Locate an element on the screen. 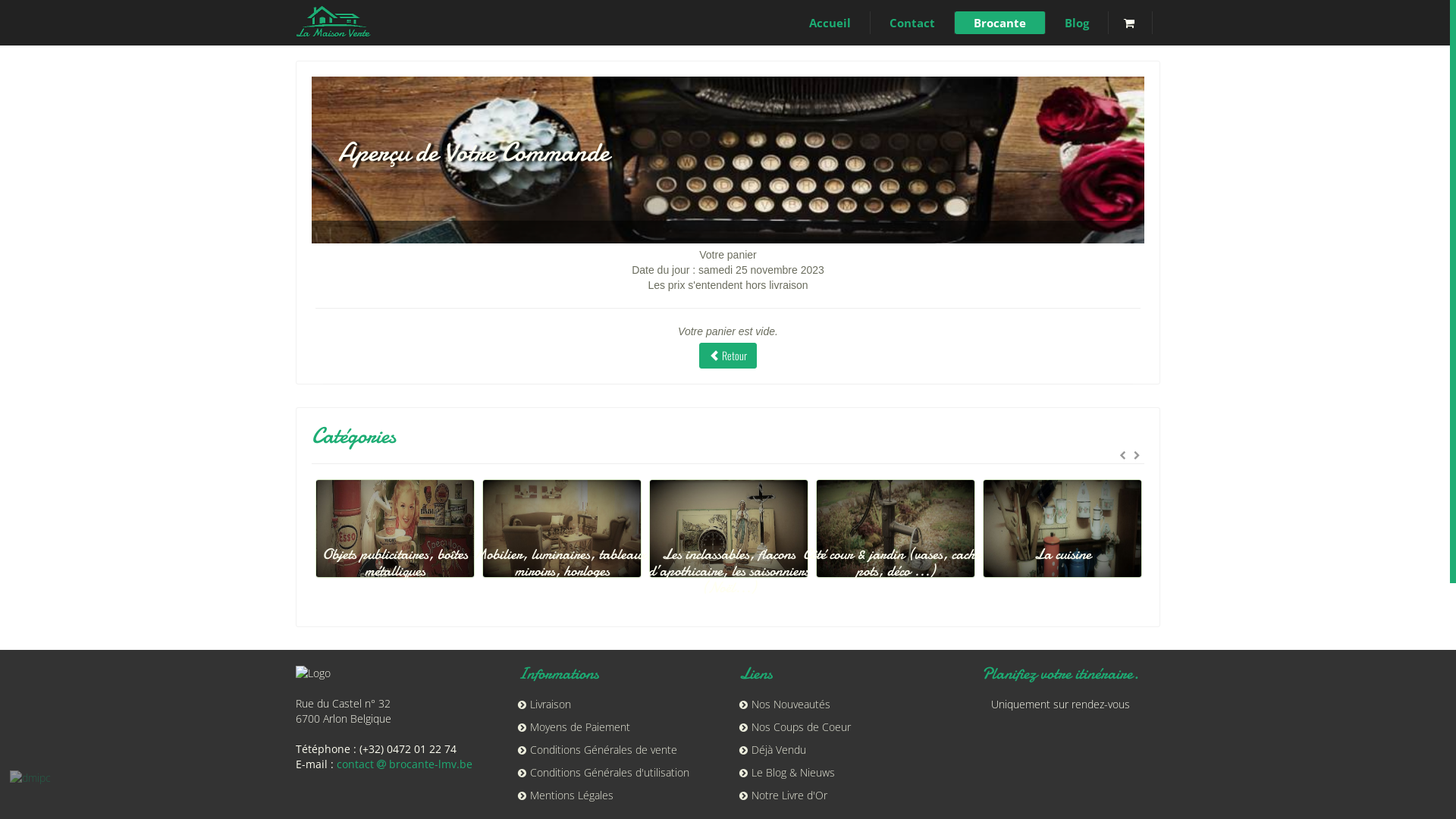 The width and height of the screenshot is (1456, 819). 'Brocante' is located at coordinates (1000, 23).